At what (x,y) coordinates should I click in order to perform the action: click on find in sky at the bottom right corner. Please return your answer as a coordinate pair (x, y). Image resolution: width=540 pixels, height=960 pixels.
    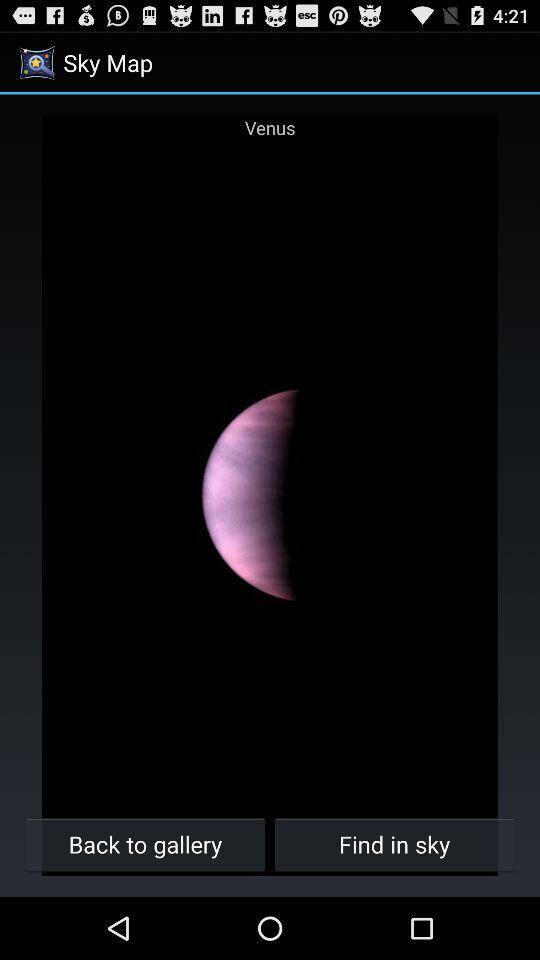
    Looking at the image, I should click on (394, 843).